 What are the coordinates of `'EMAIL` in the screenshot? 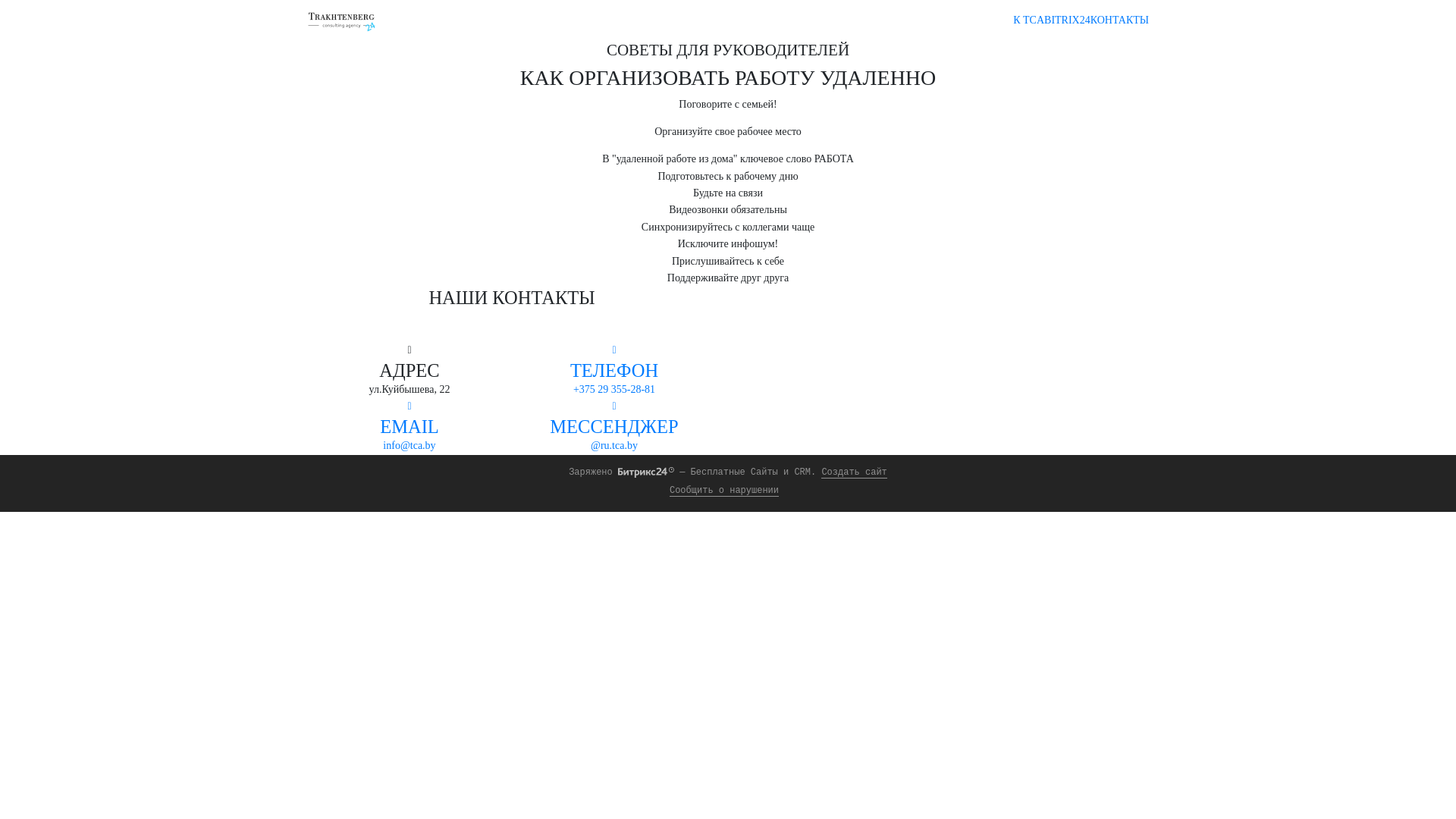 It's located at (409, 425).